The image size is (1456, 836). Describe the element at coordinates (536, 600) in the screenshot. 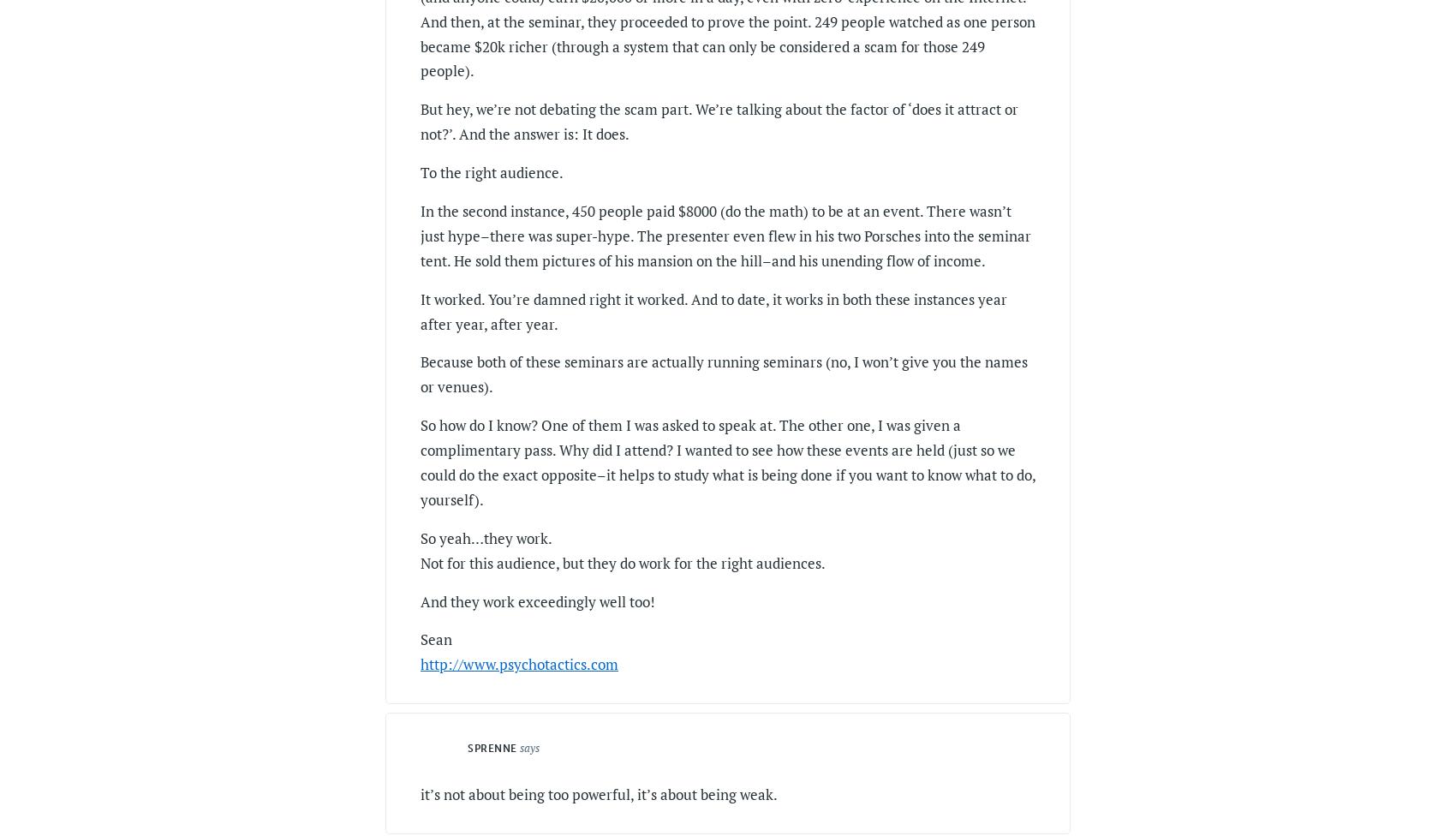

I see `'And they work exceedingly well too!'` at that location.